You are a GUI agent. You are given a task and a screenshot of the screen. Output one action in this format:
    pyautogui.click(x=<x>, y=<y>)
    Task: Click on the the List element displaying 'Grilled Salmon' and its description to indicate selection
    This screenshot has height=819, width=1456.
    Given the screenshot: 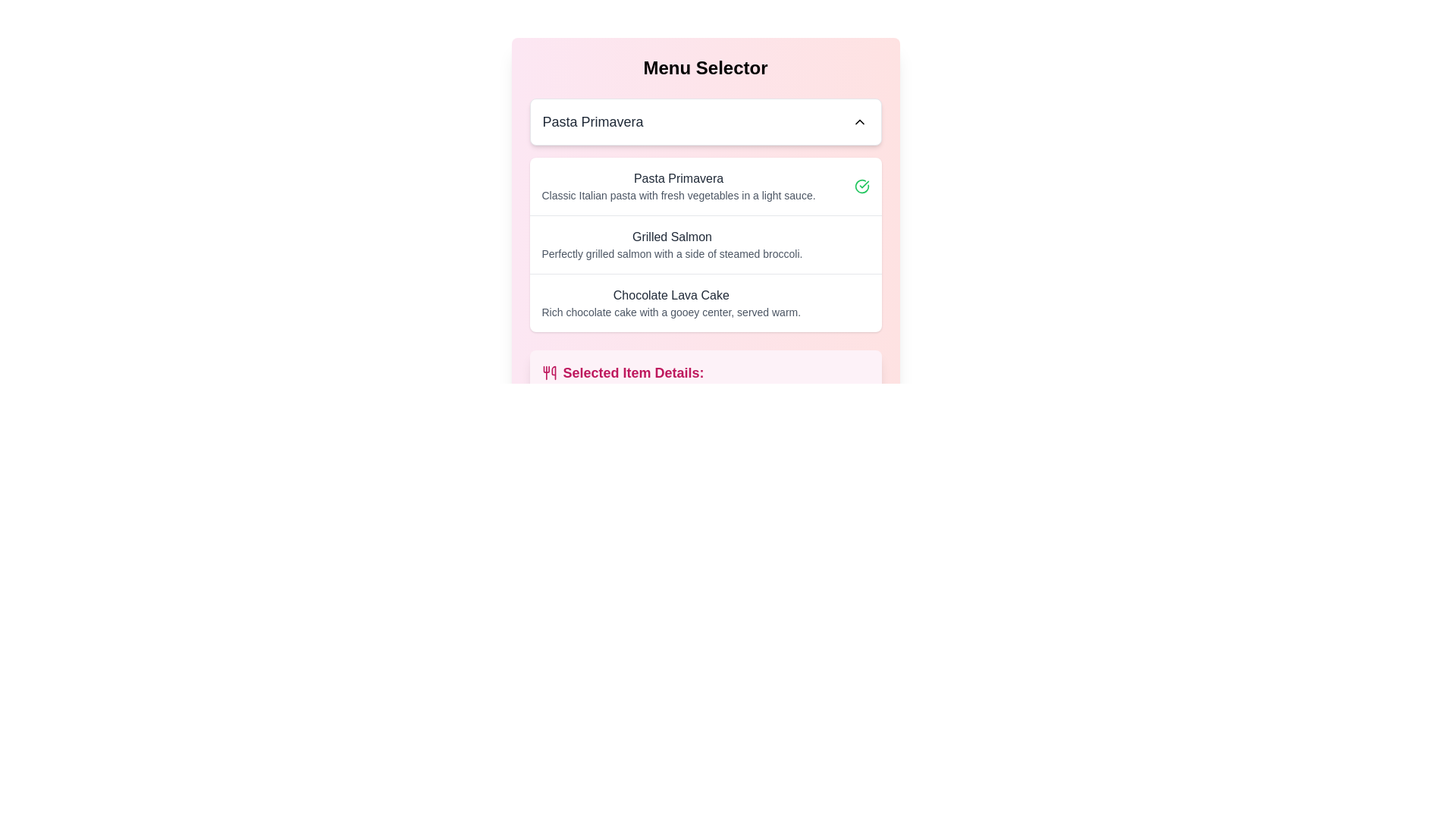 What is the action you would take?
    pyautogui.click(x=704, y=243)
    